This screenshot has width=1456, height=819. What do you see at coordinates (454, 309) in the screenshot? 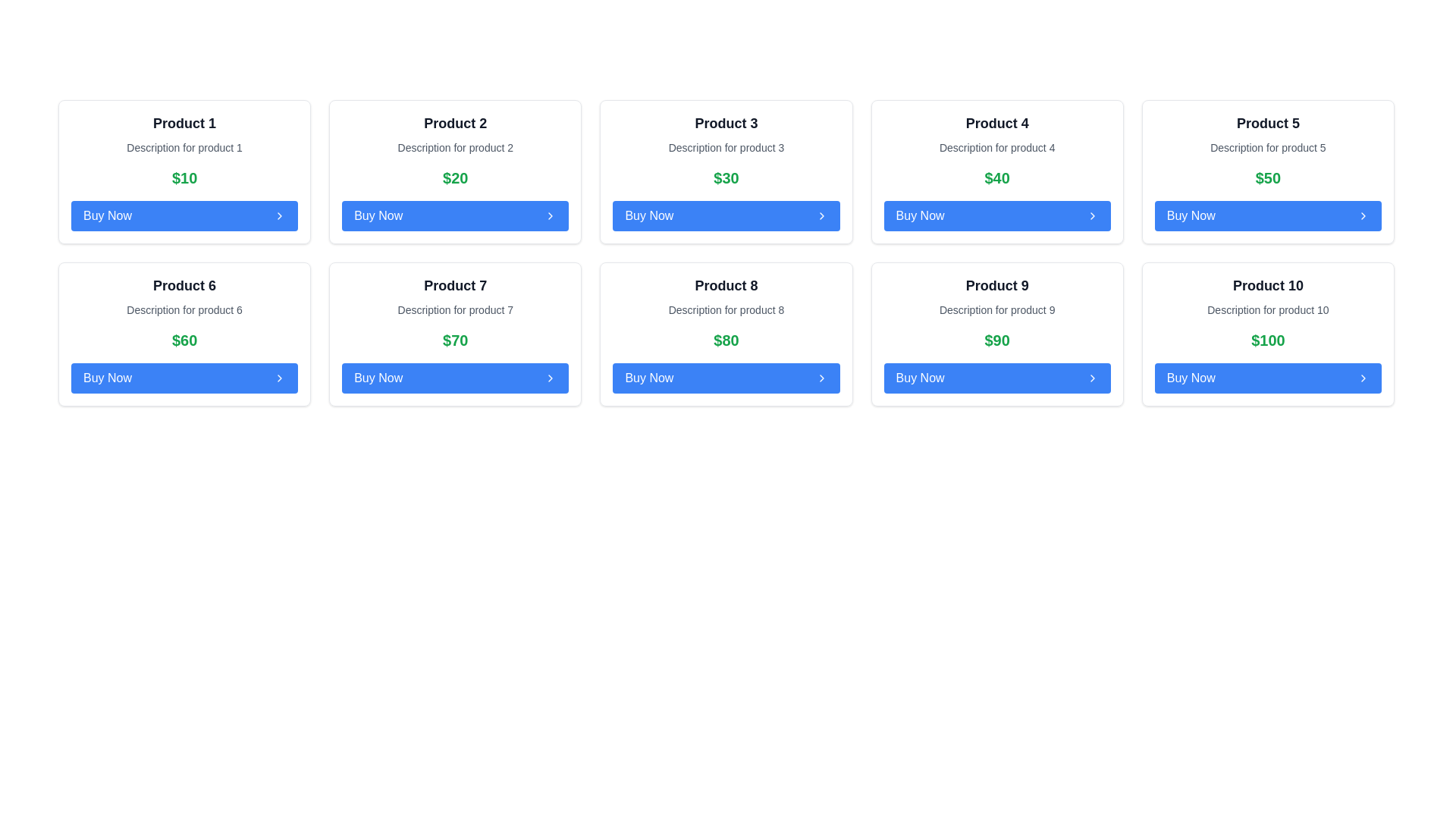
I see `descriptive text label providing additional information about 'Product 7', positioned between the title and price label within the product card` at bounding box center [454, 309].